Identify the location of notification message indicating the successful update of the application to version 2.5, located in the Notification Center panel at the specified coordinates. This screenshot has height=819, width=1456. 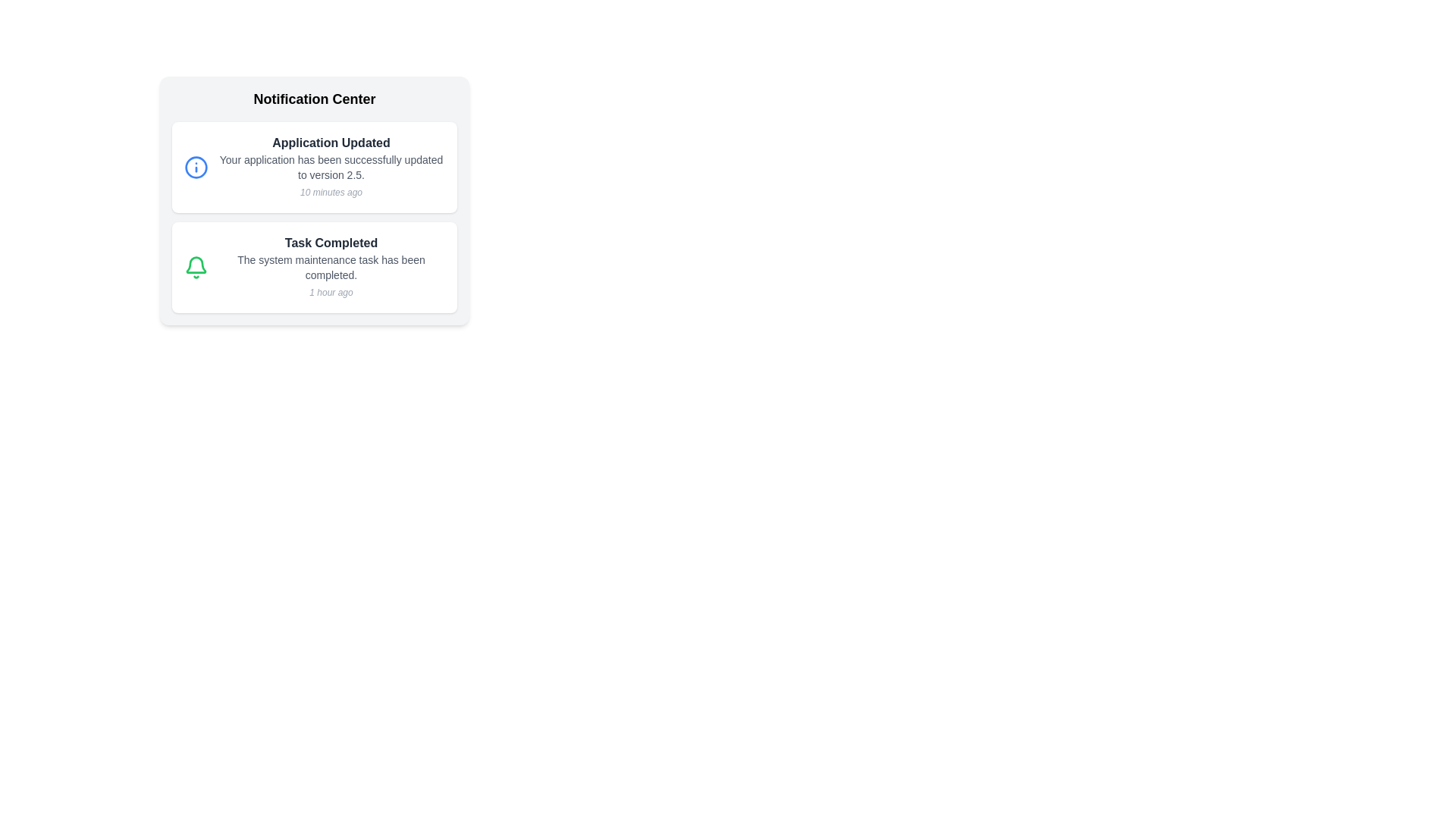
(330, 167).